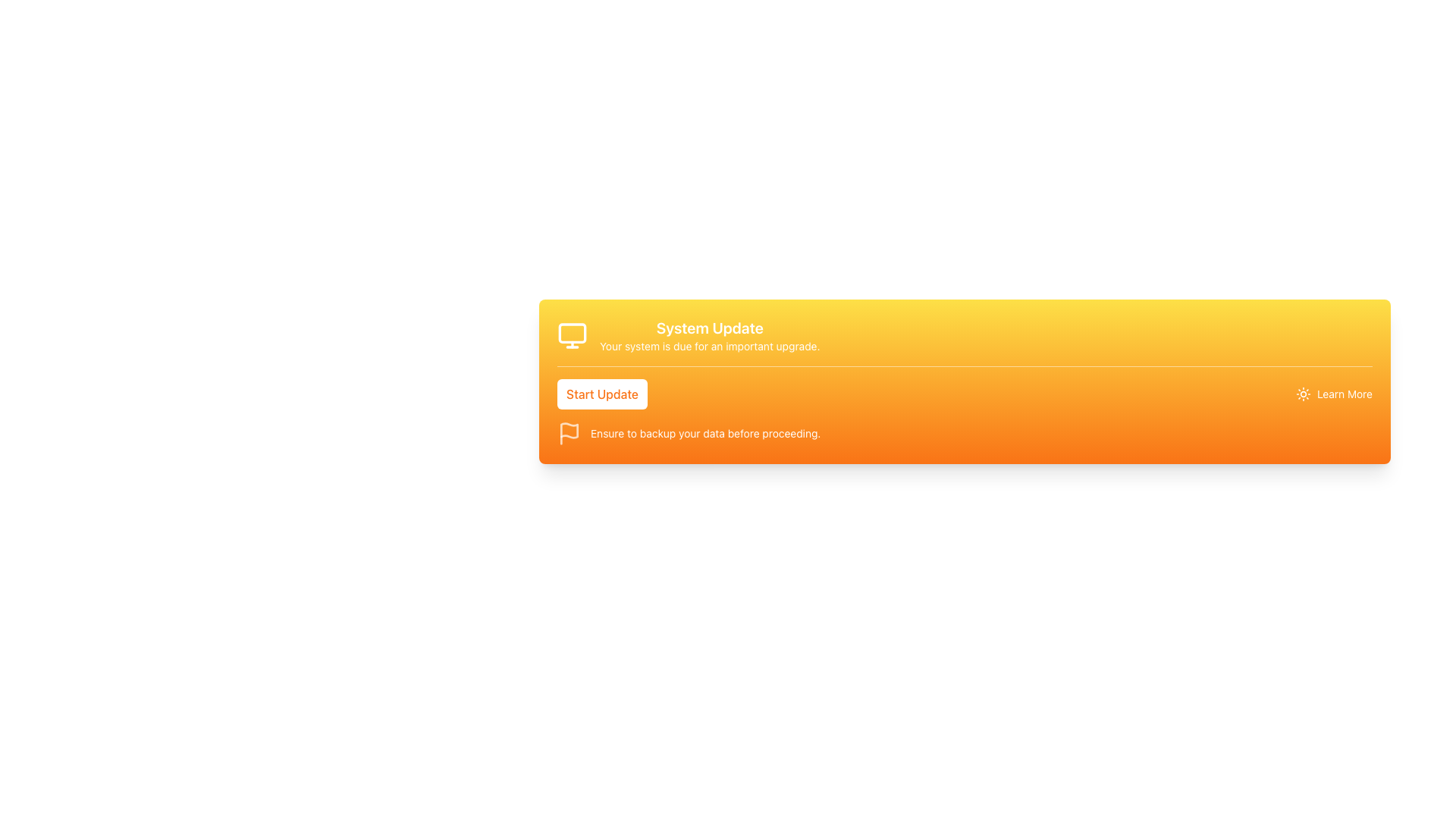 The width and height of the screenshot is (1456, 819). Describe the element at coordinates (1302, 394) in the screenshot. I see `the sun graphic icon, which is positioned immediately to the left of the 'Learn More' text on a yellow to orange gradient background` at that location.